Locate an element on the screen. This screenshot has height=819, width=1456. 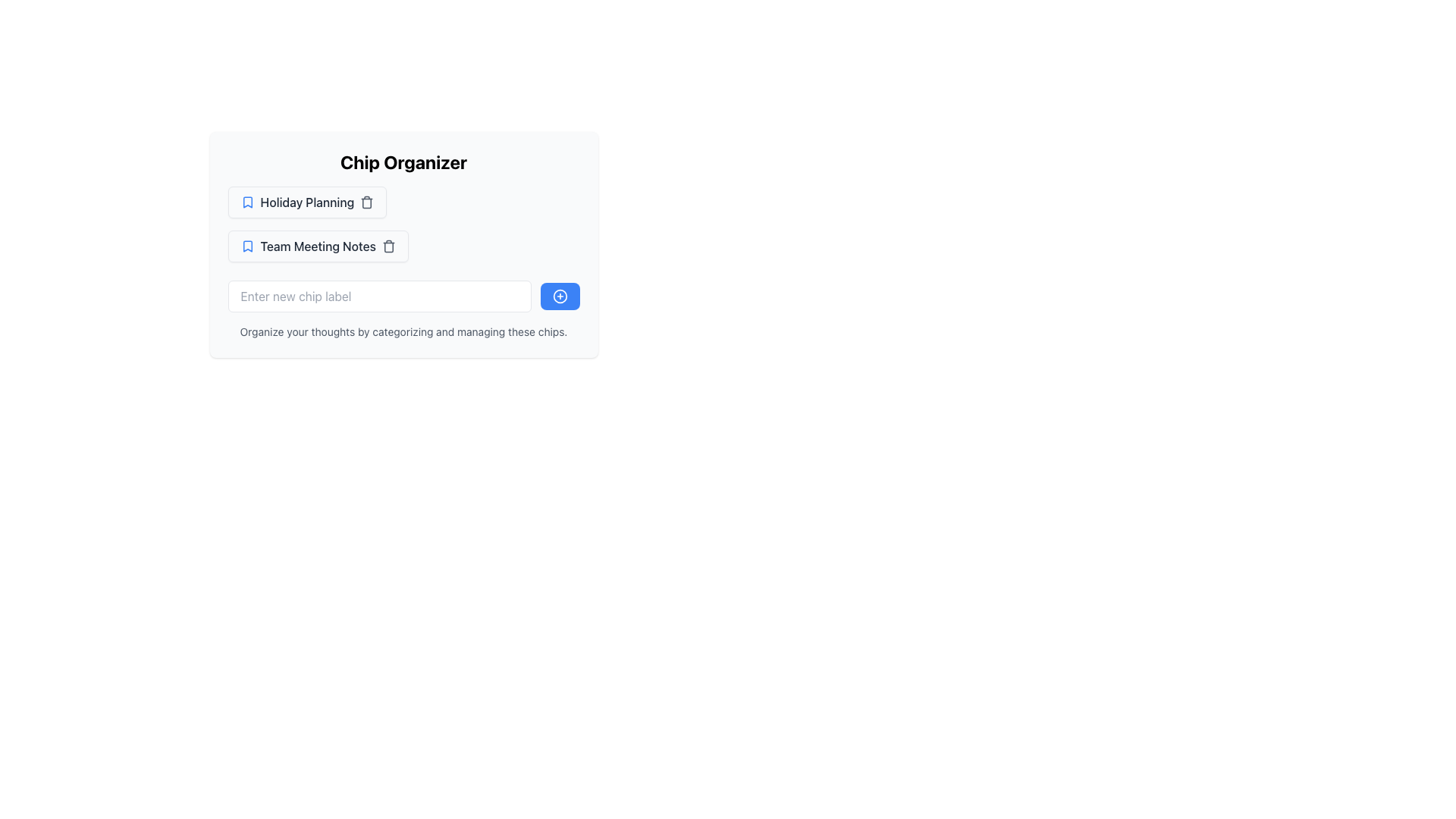
the circular button with a blue background and a white plus sign located at the right end of the text input field is located at coordinates (559, 296).